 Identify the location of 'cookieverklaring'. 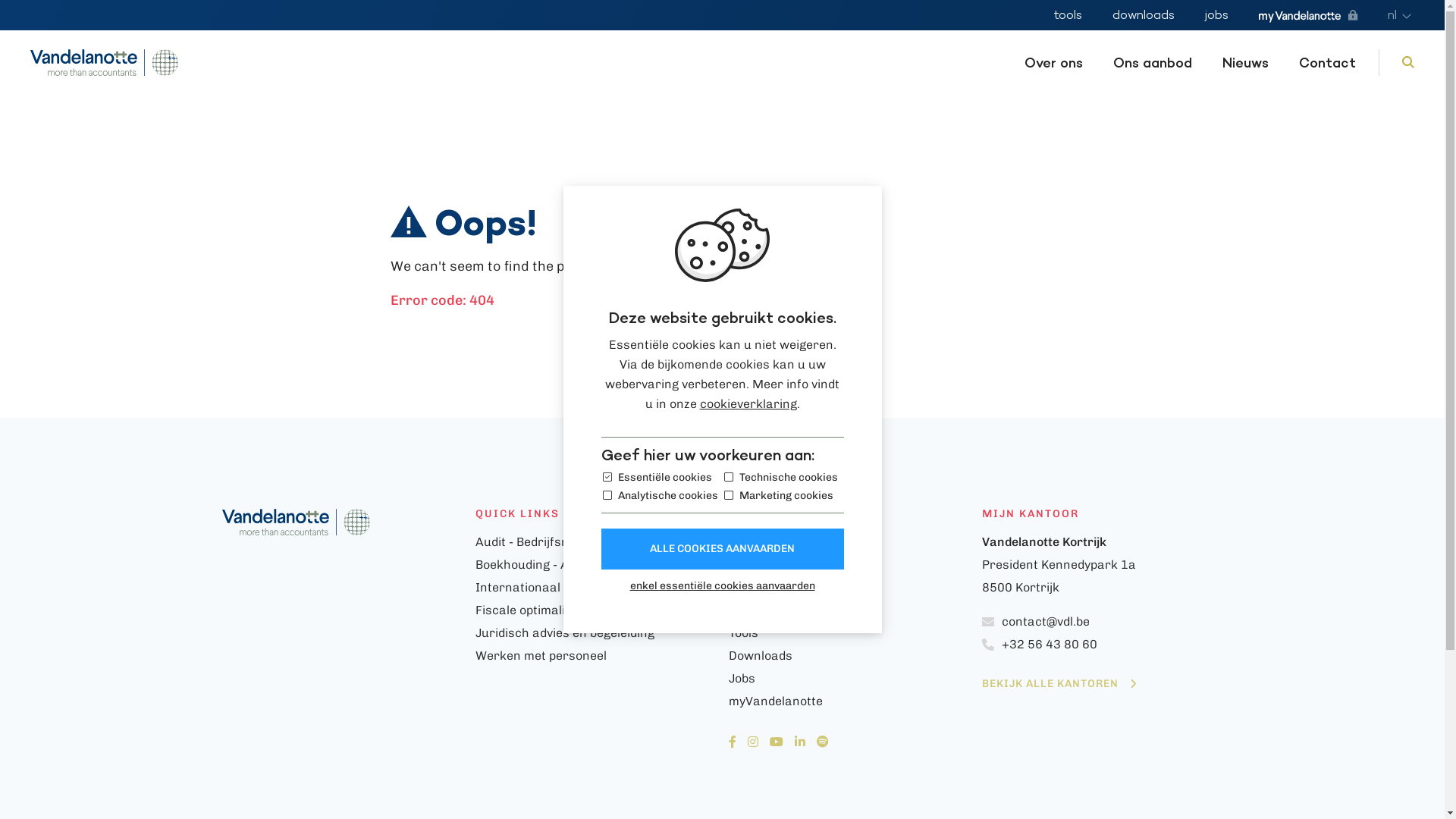
(747, 403).